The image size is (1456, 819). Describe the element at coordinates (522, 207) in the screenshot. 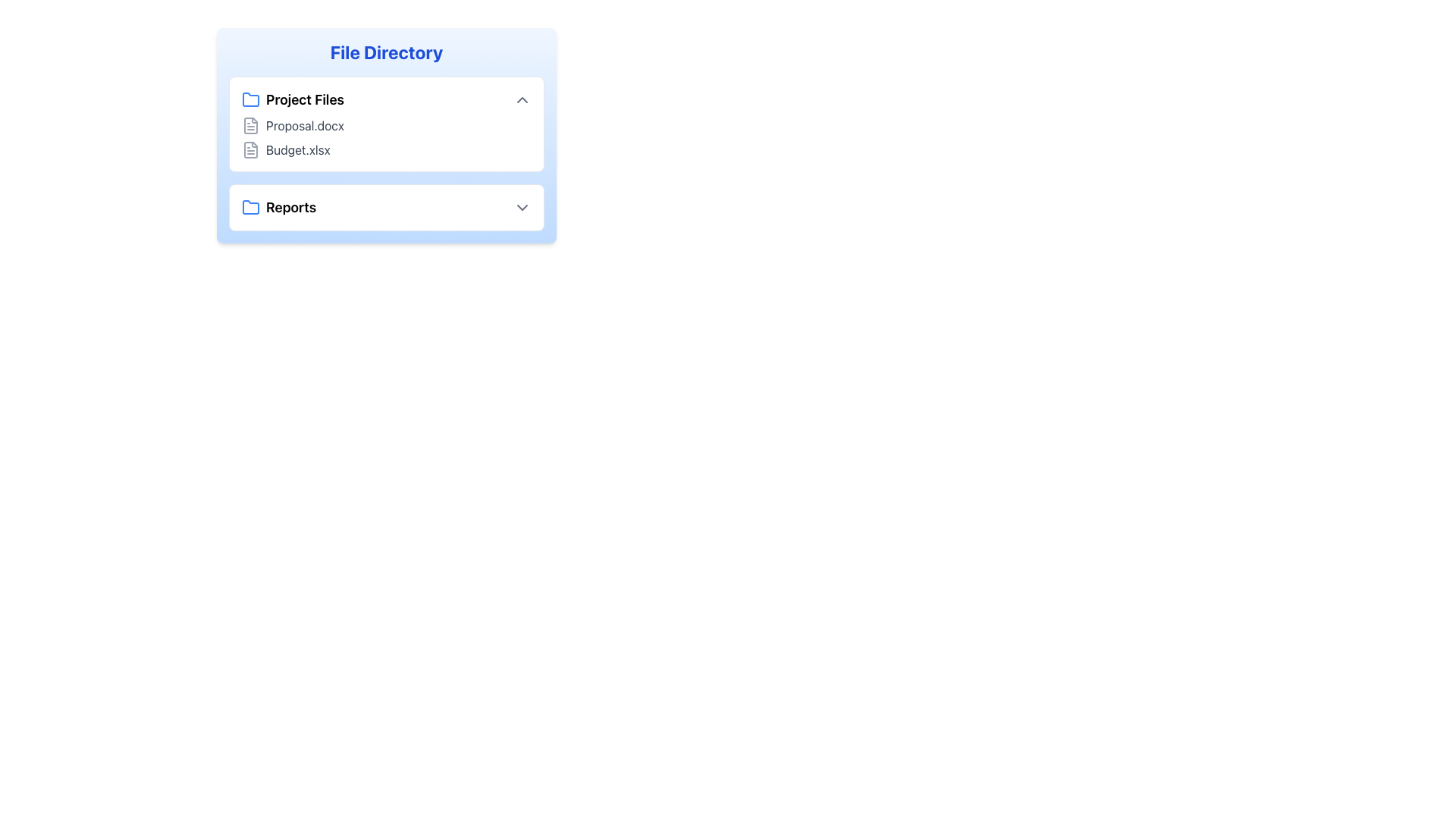

I see `the Chevron-Down icon located on the right side of the 'Reports' row under the 'File Directory' section` at that location.